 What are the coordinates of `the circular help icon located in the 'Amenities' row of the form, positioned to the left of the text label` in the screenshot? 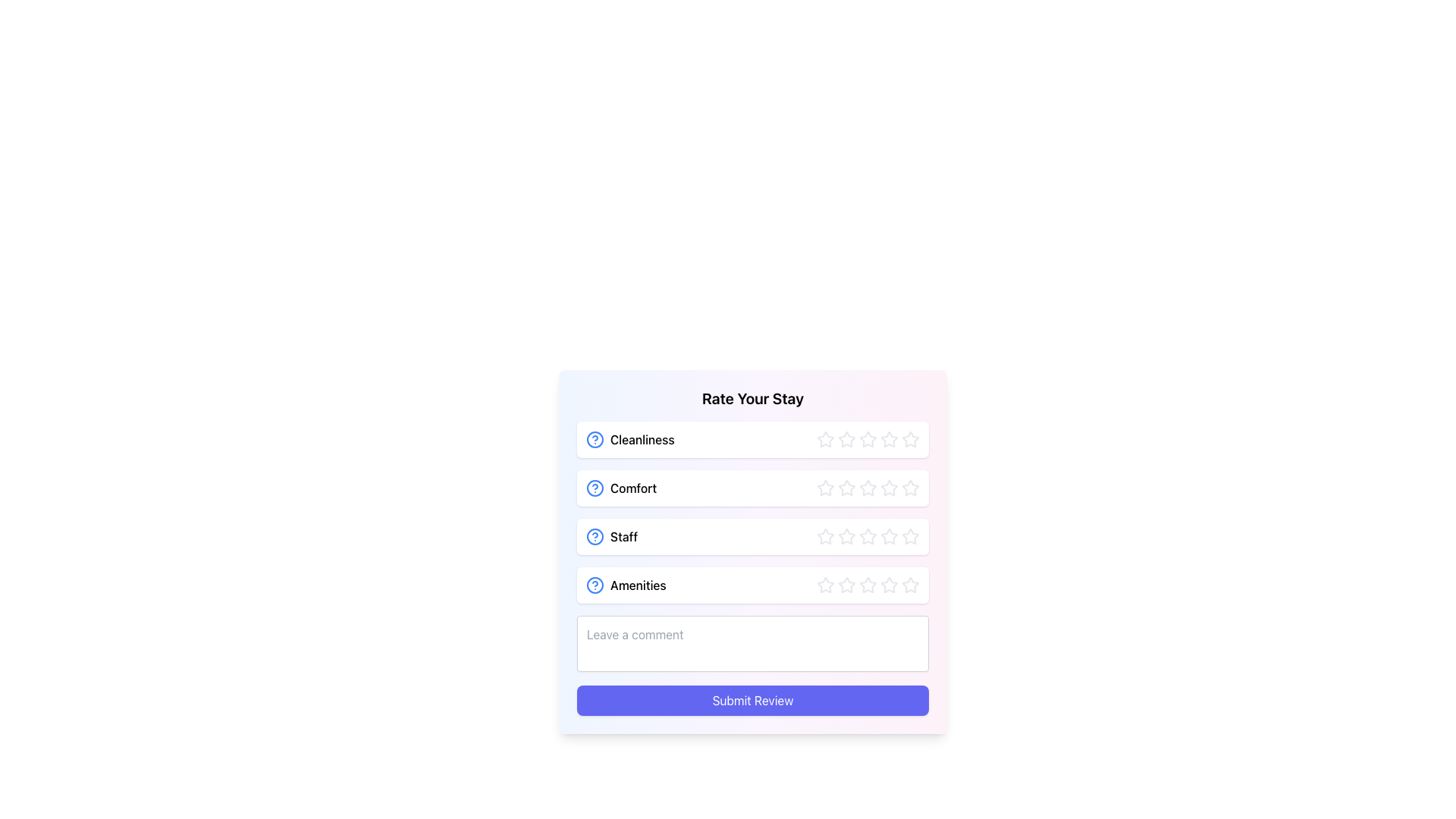 It's located at (595, 584).